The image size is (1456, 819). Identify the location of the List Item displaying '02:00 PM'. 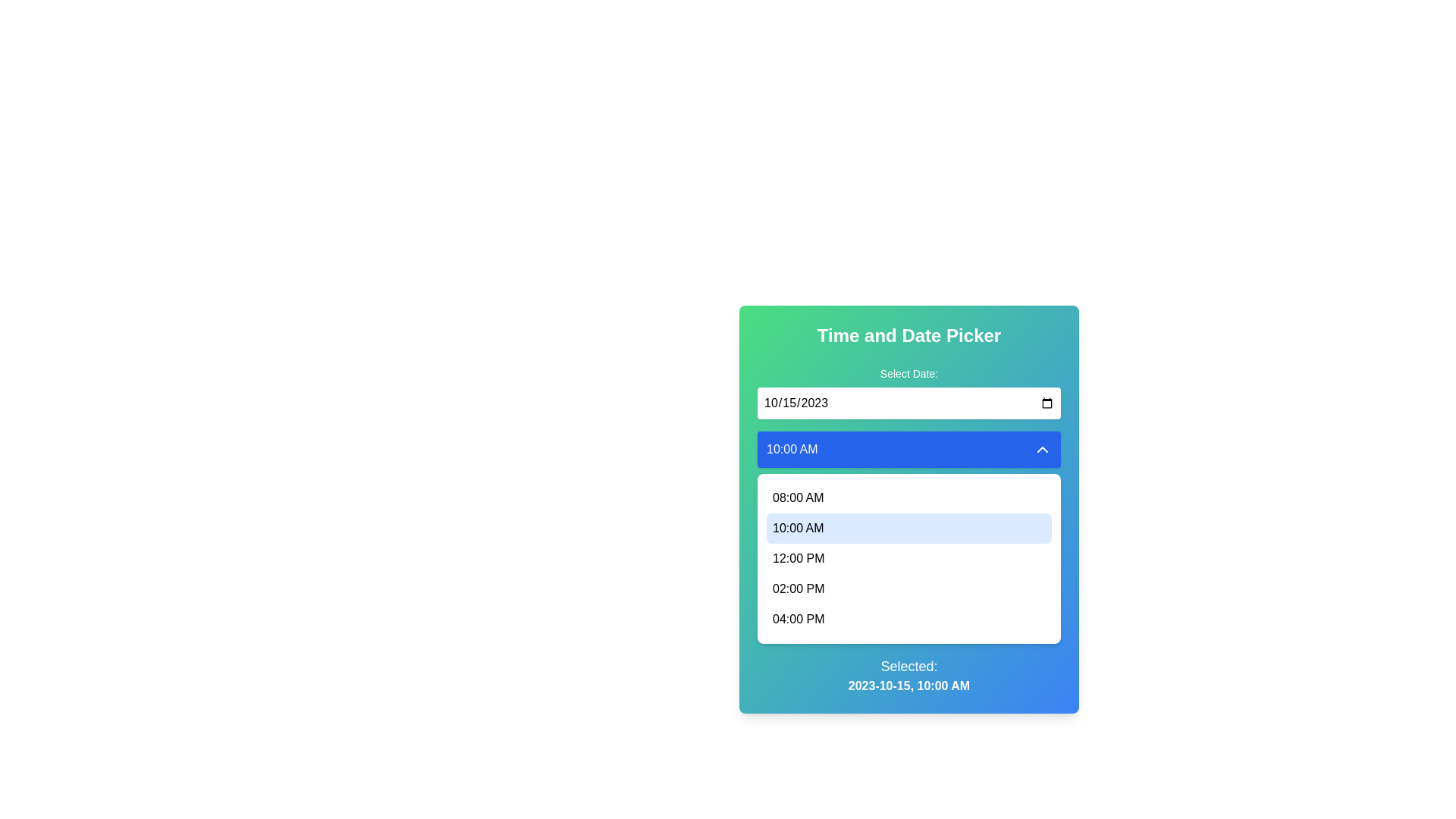
(909, 588).